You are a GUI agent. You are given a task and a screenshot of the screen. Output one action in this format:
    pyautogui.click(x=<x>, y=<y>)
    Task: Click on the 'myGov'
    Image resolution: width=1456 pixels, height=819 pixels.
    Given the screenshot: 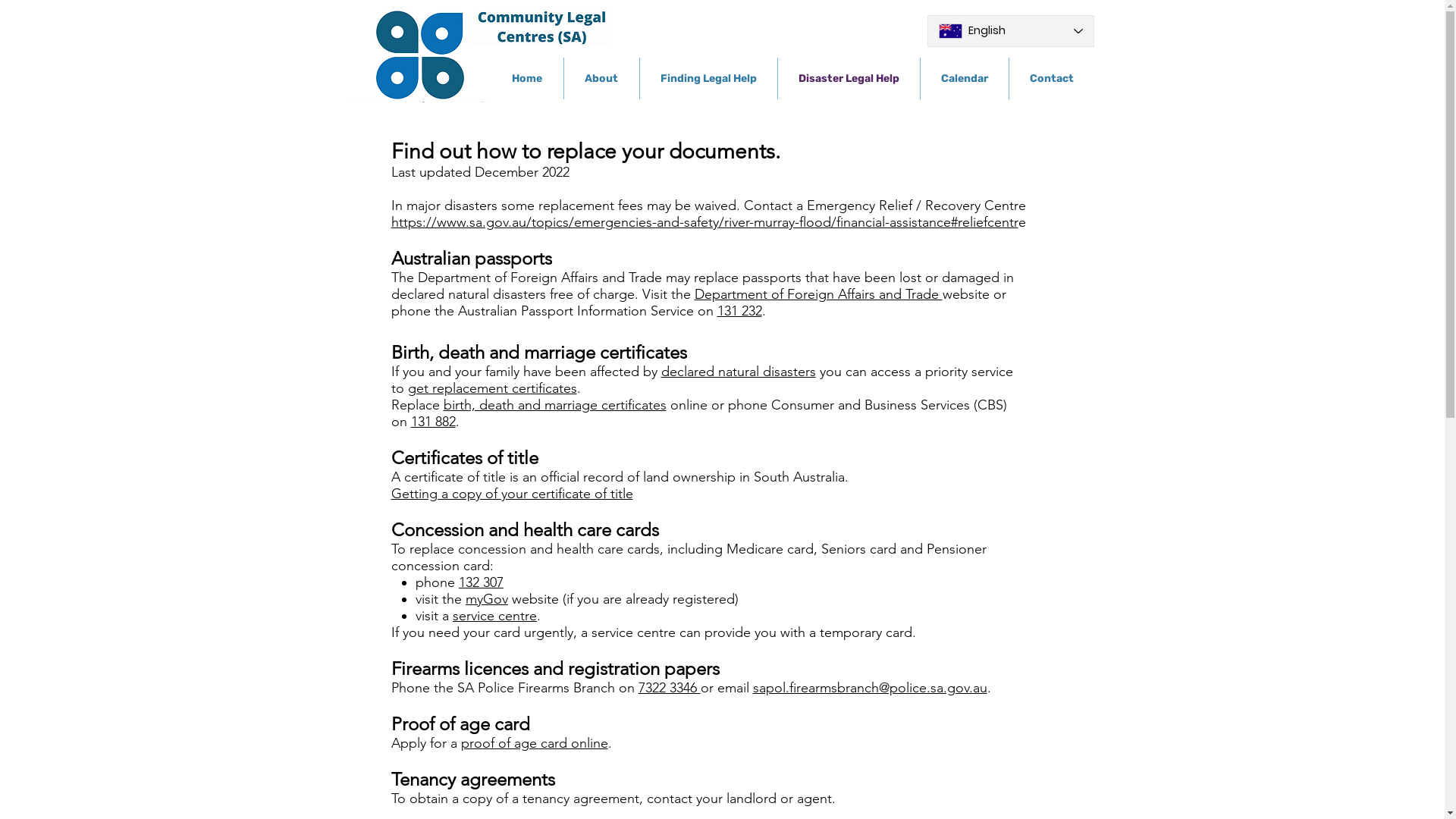 What is the action you would take?
    pyautogui.click(x=487, y=598)
    